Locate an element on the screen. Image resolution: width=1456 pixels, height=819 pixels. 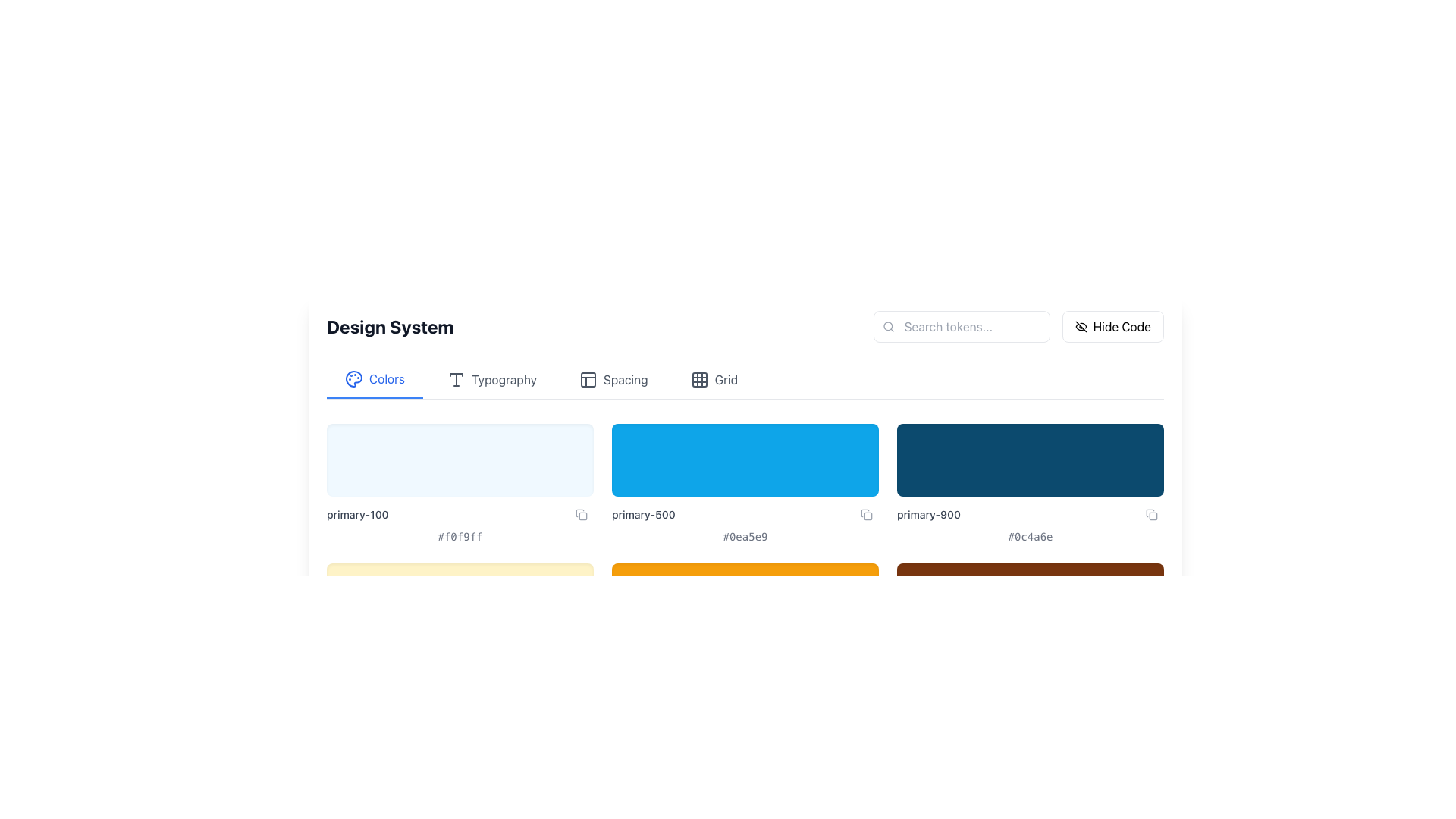
the first dark blue color swatch with rounded corners located in the fourth column of the grid layout is located at coordinates (1030, 459).